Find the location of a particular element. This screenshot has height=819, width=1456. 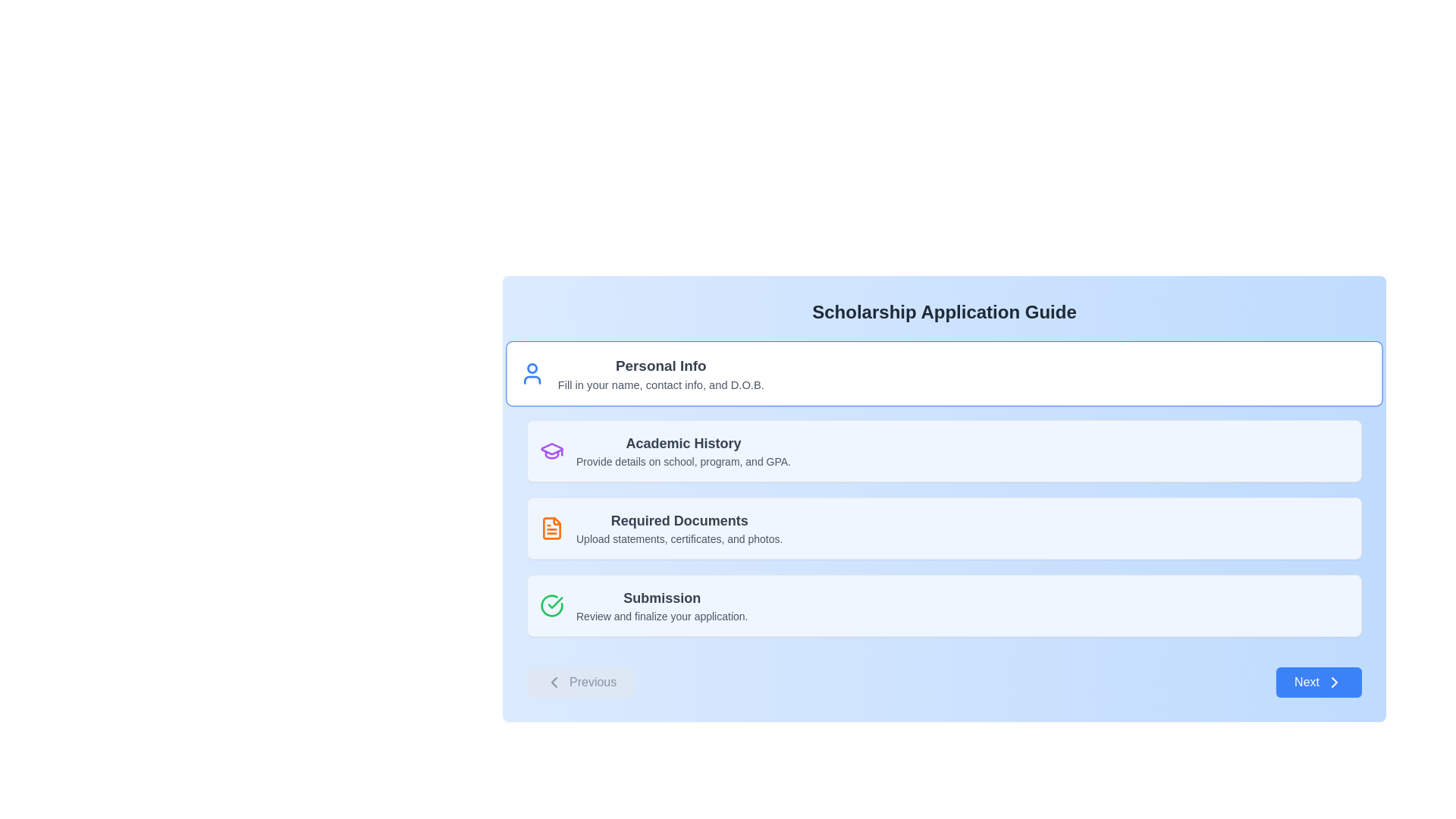

the circular green checkmark icon located in the 'Submission' section, positioned to the left of the text 'Submission' and its subtitle 'Review and finalize your application.' is located at coordinates (551, 604).